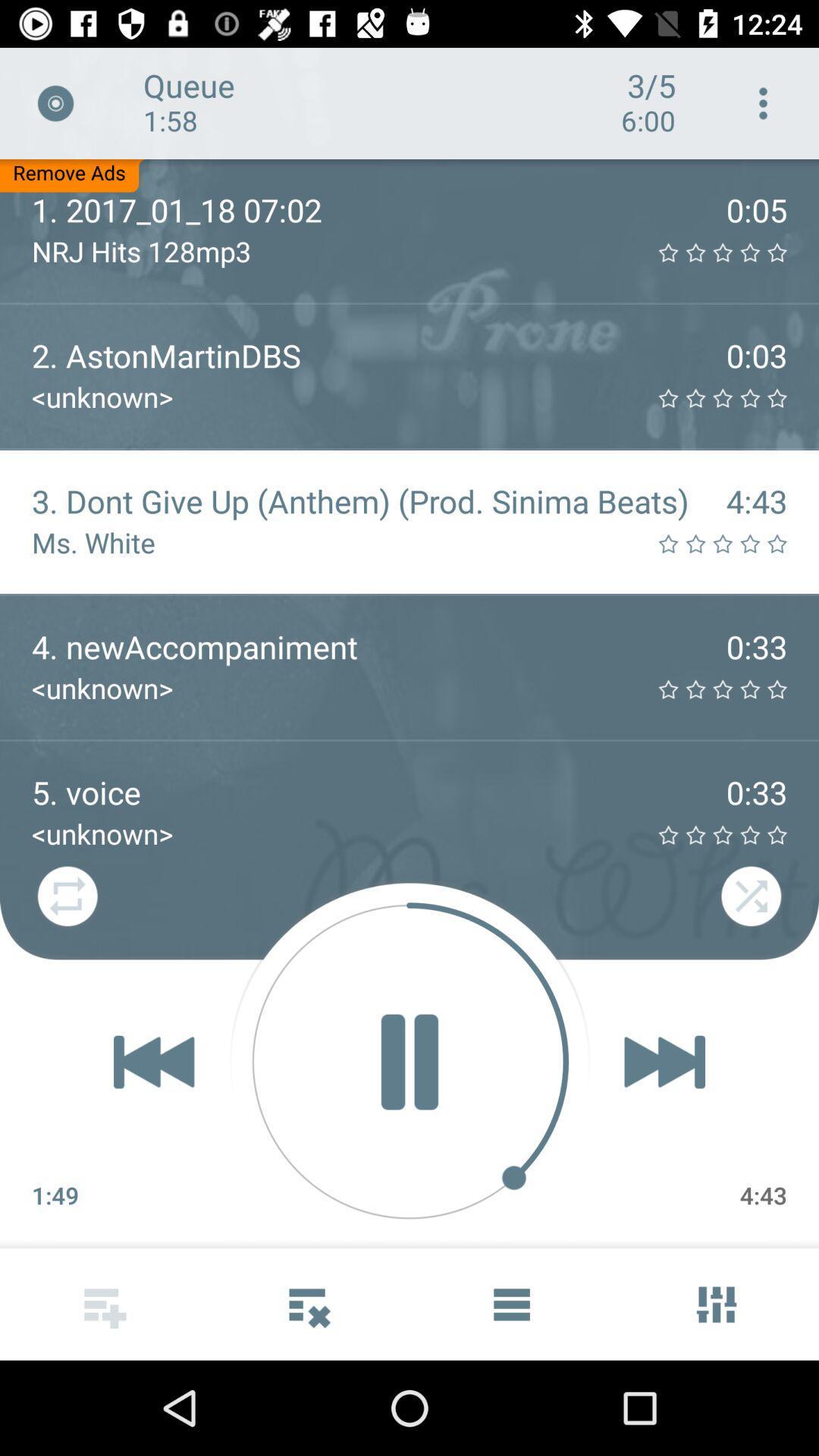 Image resolution: width=819 pixels, height=1456 pixels. I want to click on the more icon, so click(307, 1304).